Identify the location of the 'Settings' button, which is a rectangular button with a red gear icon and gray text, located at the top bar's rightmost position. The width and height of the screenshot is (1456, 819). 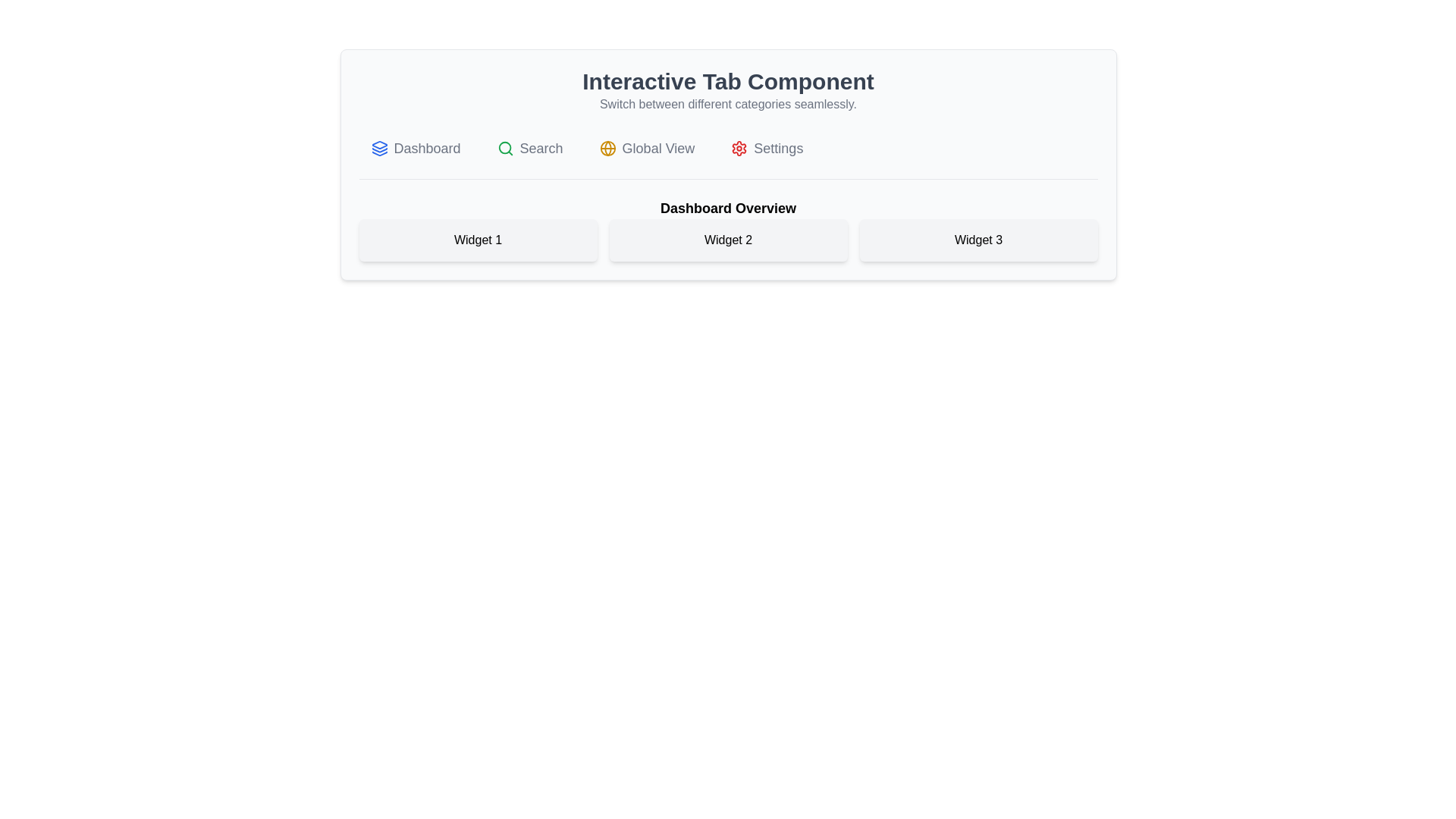
(767, 149).